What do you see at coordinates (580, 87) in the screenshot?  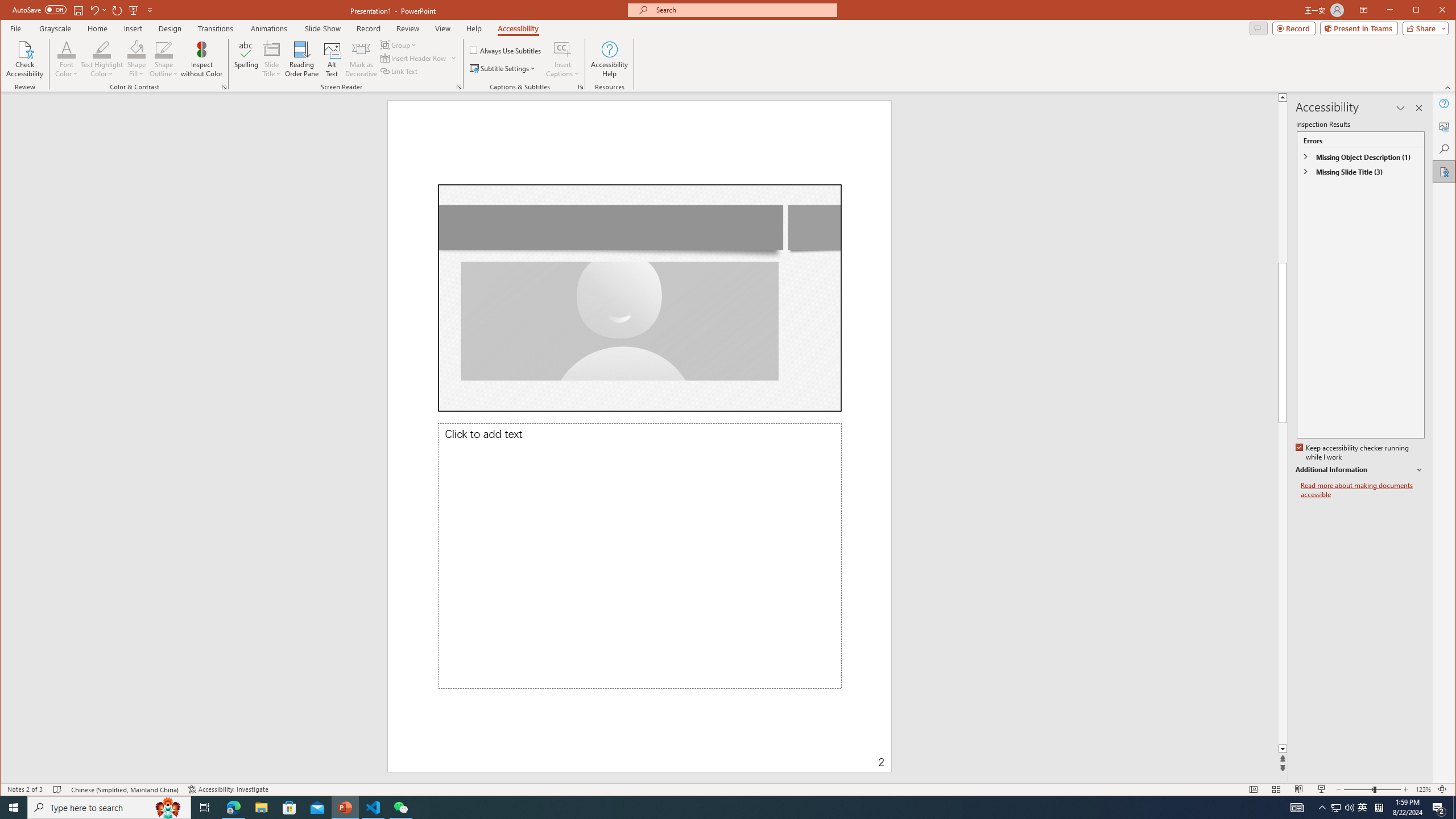 I see `'Captions & Subtitles'` at bounding box center [580, 87].